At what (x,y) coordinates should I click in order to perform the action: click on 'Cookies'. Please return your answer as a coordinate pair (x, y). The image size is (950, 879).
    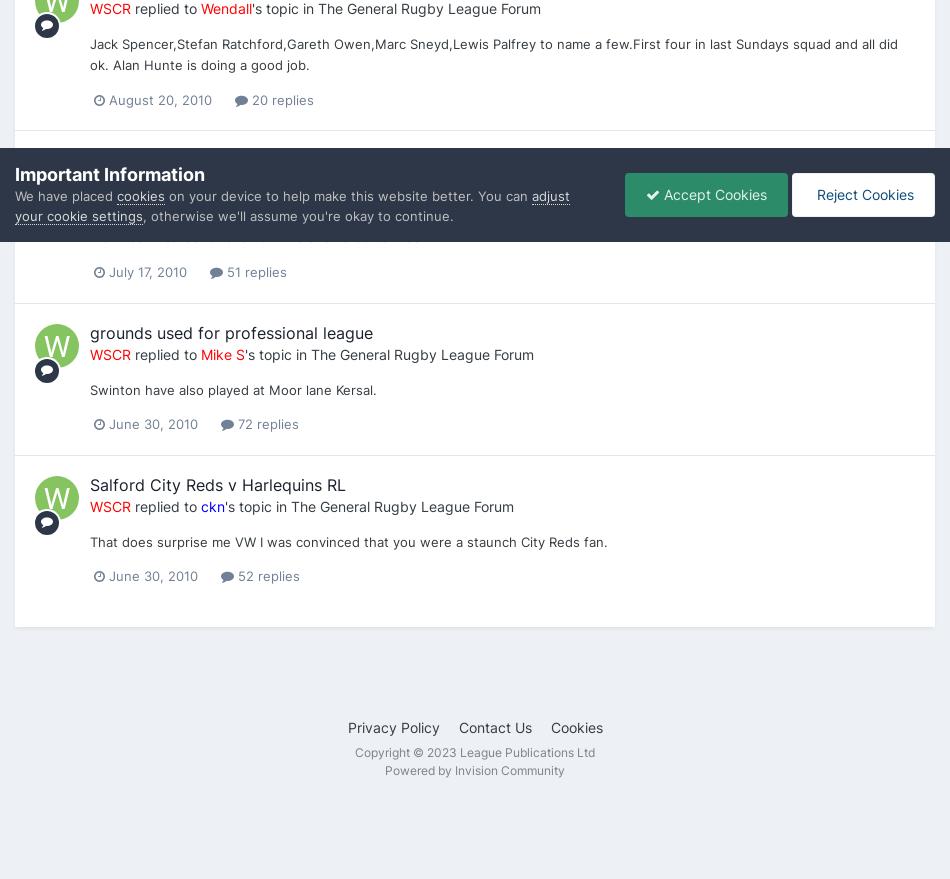
    Looking at the image, I should click on (575, 726).